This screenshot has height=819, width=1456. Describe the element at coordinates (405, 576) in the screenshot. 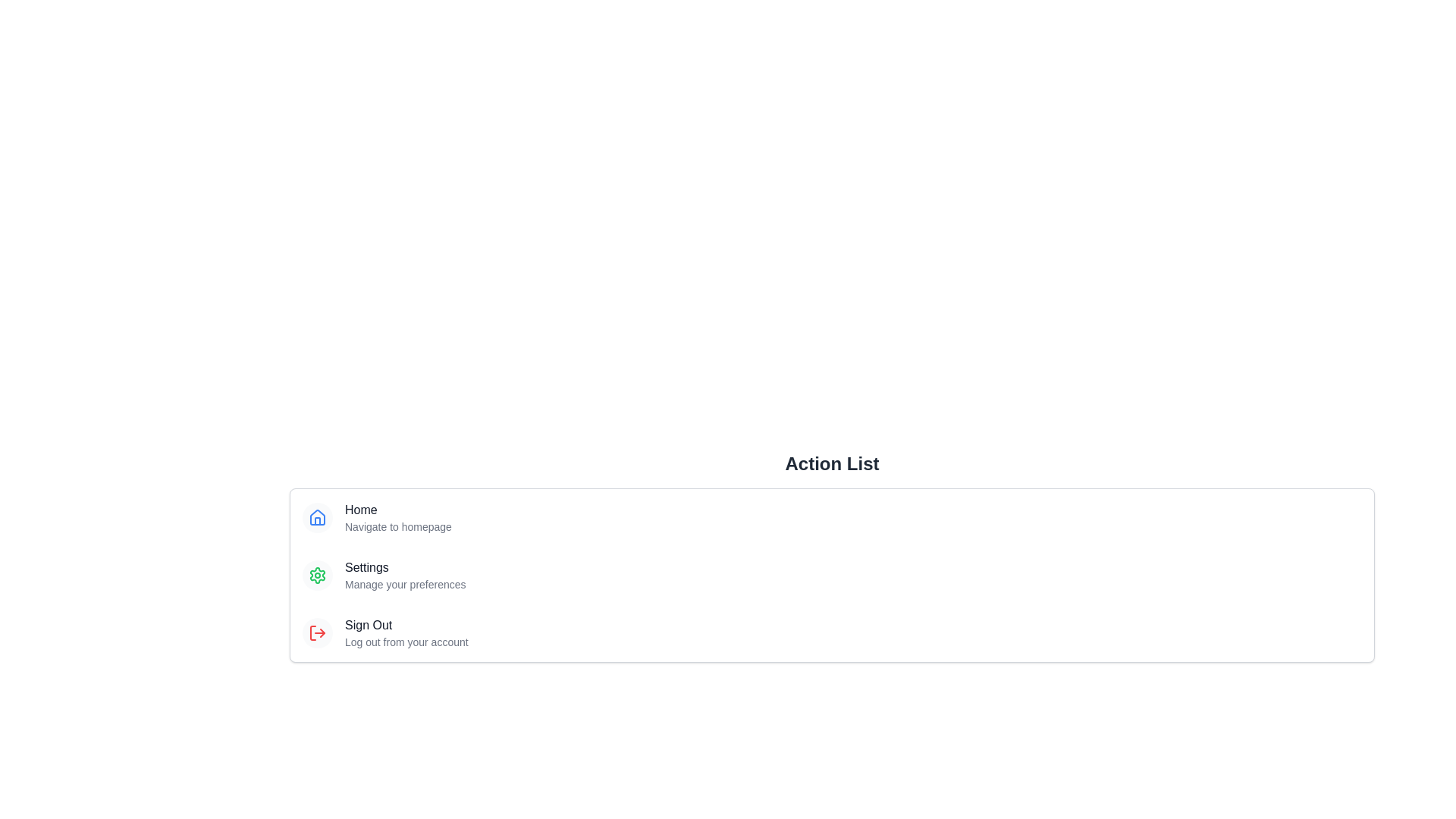

I see `the 'Settings' menu item, which features bold text and a smaller description below it` at that location.